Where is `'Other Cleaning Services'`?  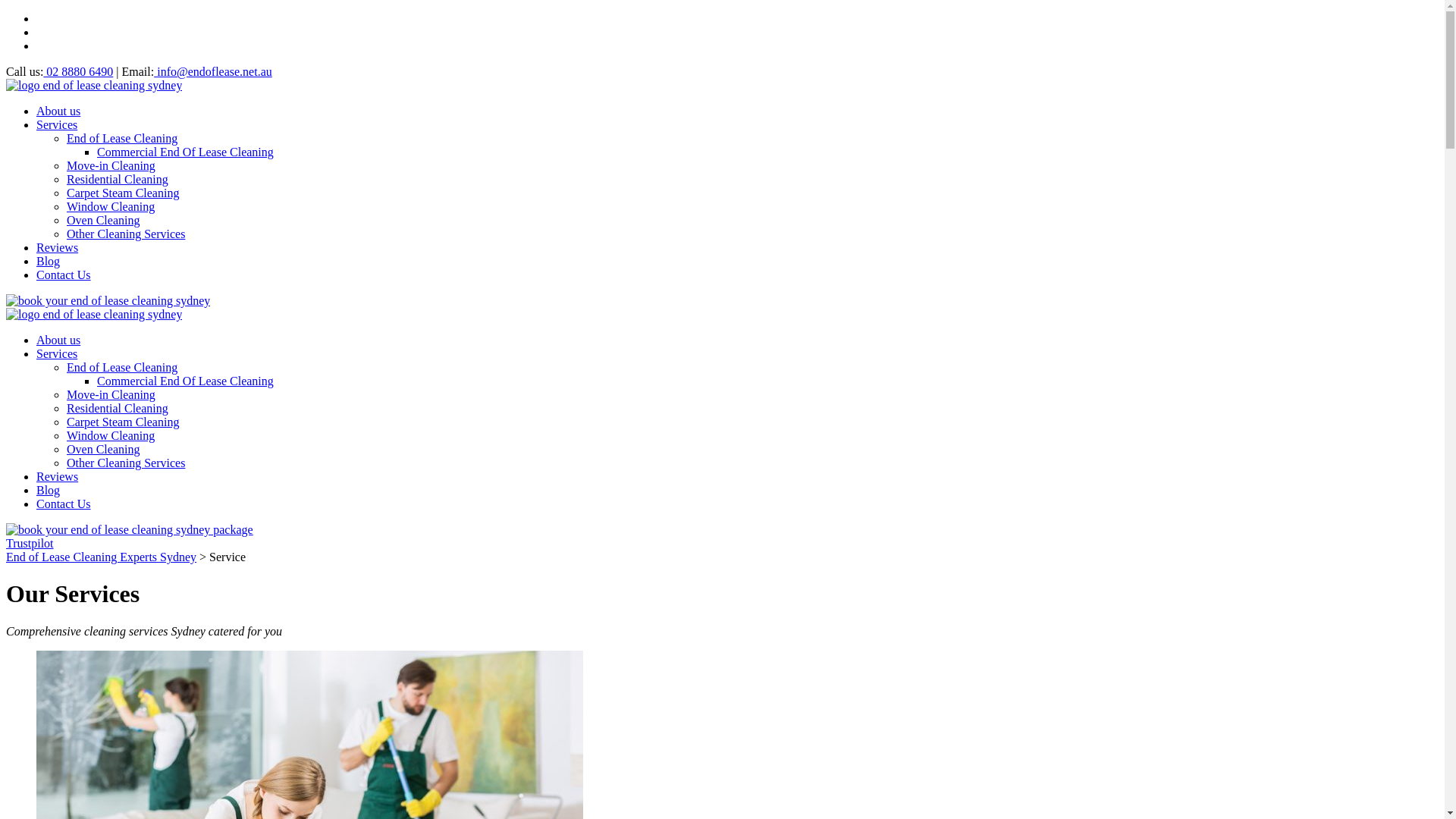 'Other Cleaning Services' is located at coordinates (126, 462).